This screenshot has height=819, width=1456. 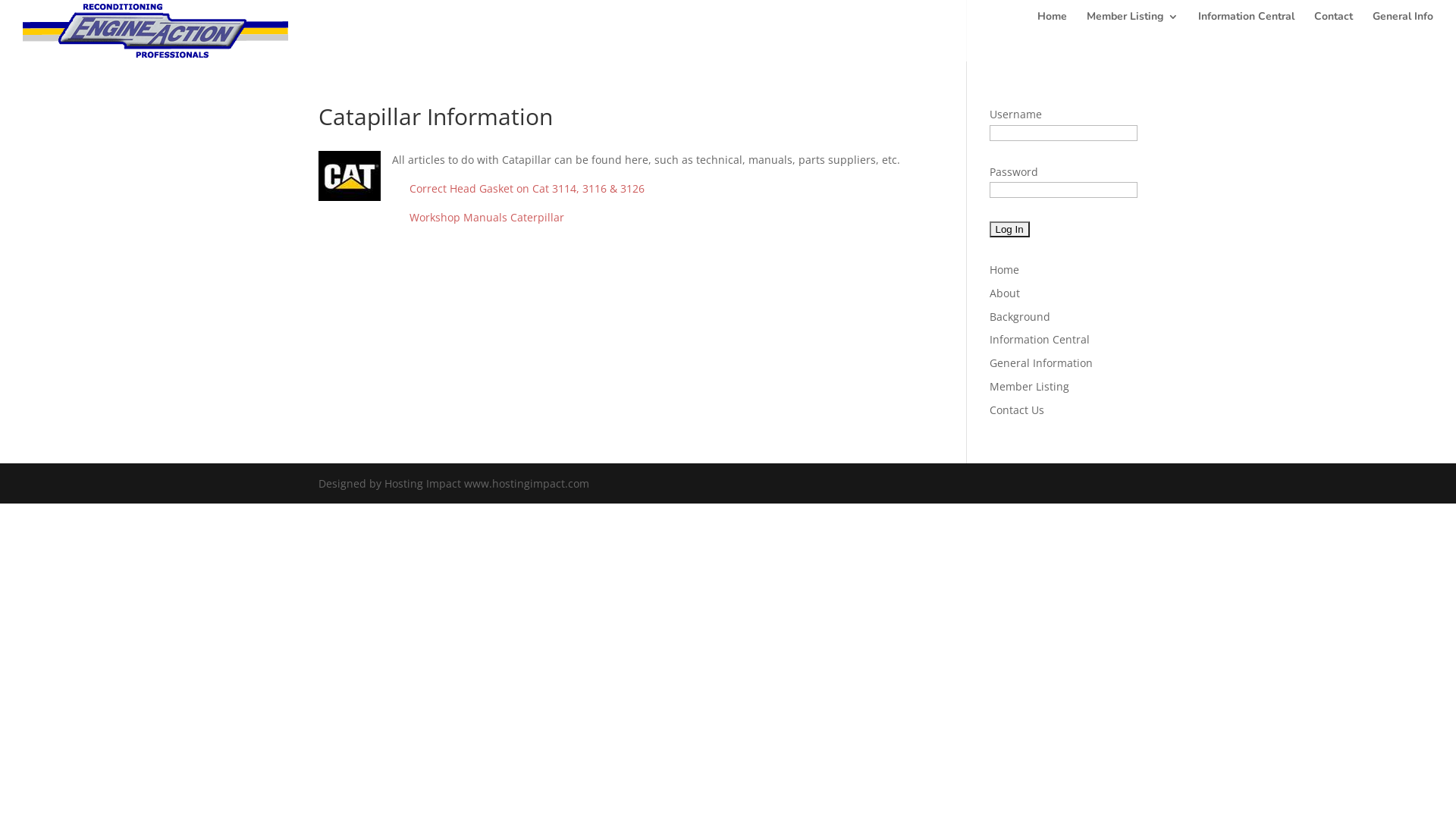 What do you see at coordinates (527, 187) in the screenshot?
I see `'Correct Head Gasket on Cat 3114, 3116 & 3126'` at bounding box center [527, 187].